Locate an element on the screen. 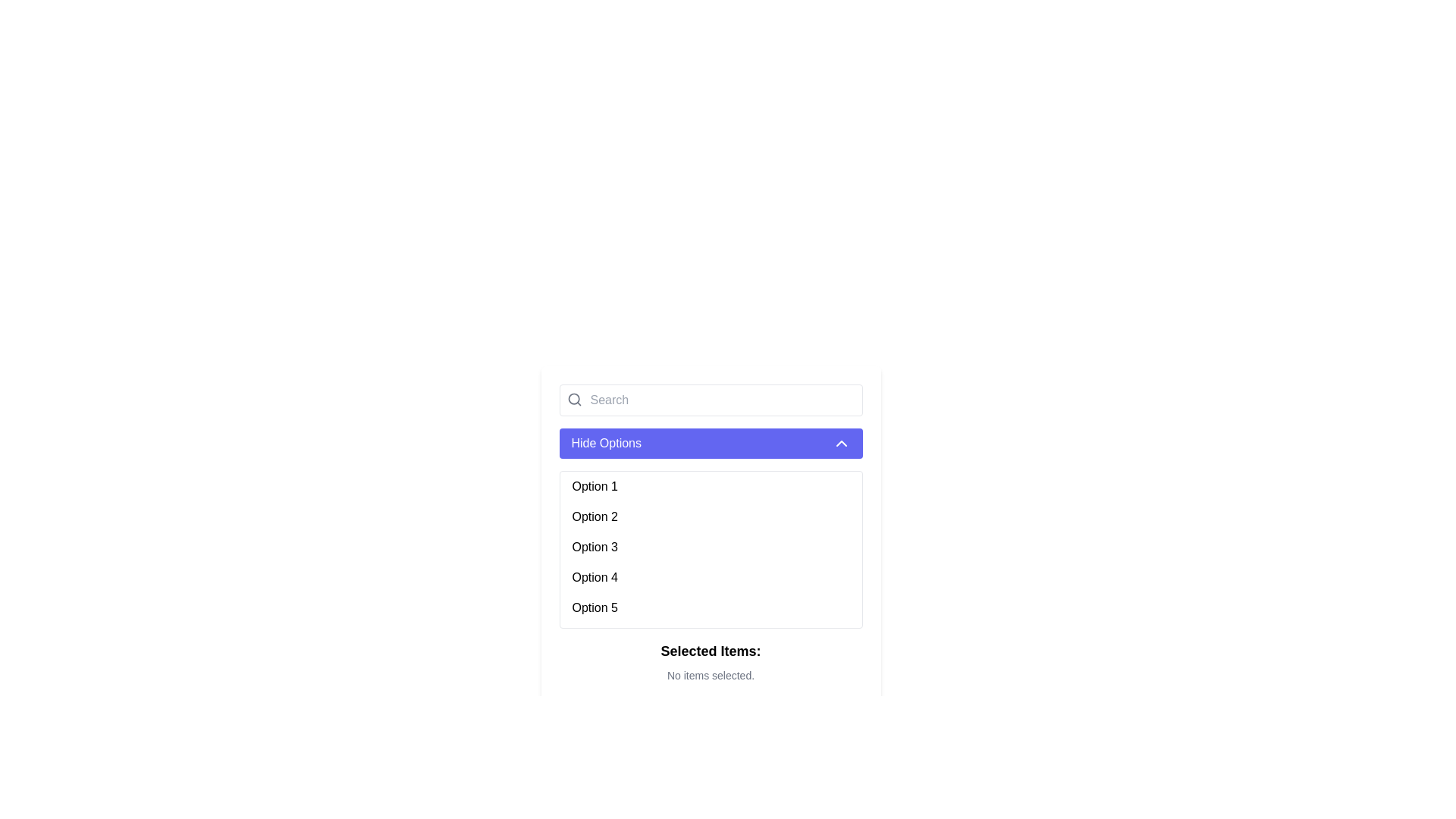  the third list item labeled 'Option 3' is located at coordinates (710, 547).